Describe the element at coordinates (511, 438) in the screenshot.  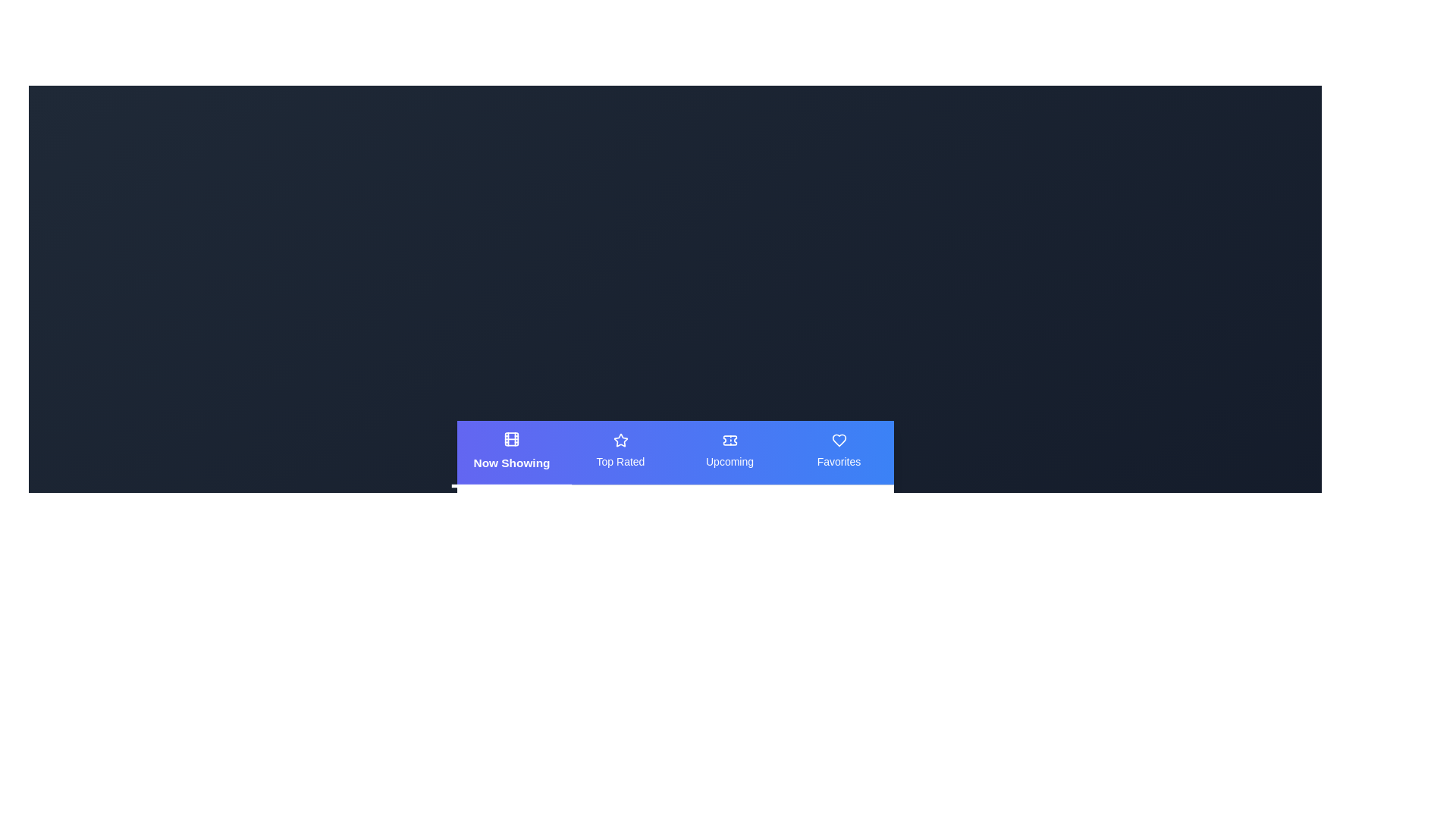
I see `the SVG rectangular shape with rounded corners that is part of a film reel icon, centrally located within its group above the 'Now Showing' text in the bottom navigation bar` at that location.